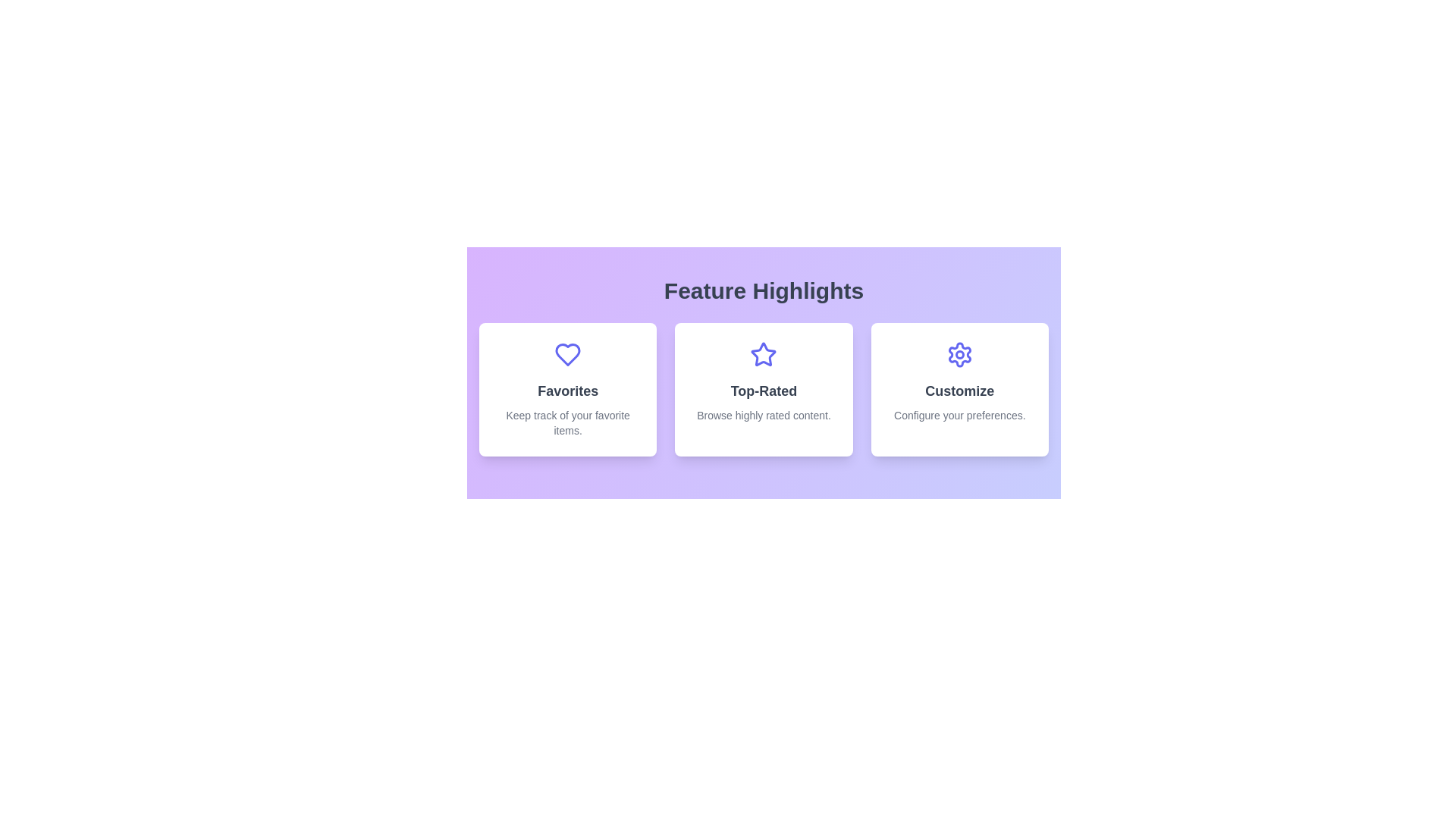 The image size is (1456, 819). What do you see at coordinates (764, 354) in the screenshot?
I see `the 'Top-Rated' vector graphic icon located at the center of the card in the 'Feature Highlights' section` at bounding box center [764, 354].